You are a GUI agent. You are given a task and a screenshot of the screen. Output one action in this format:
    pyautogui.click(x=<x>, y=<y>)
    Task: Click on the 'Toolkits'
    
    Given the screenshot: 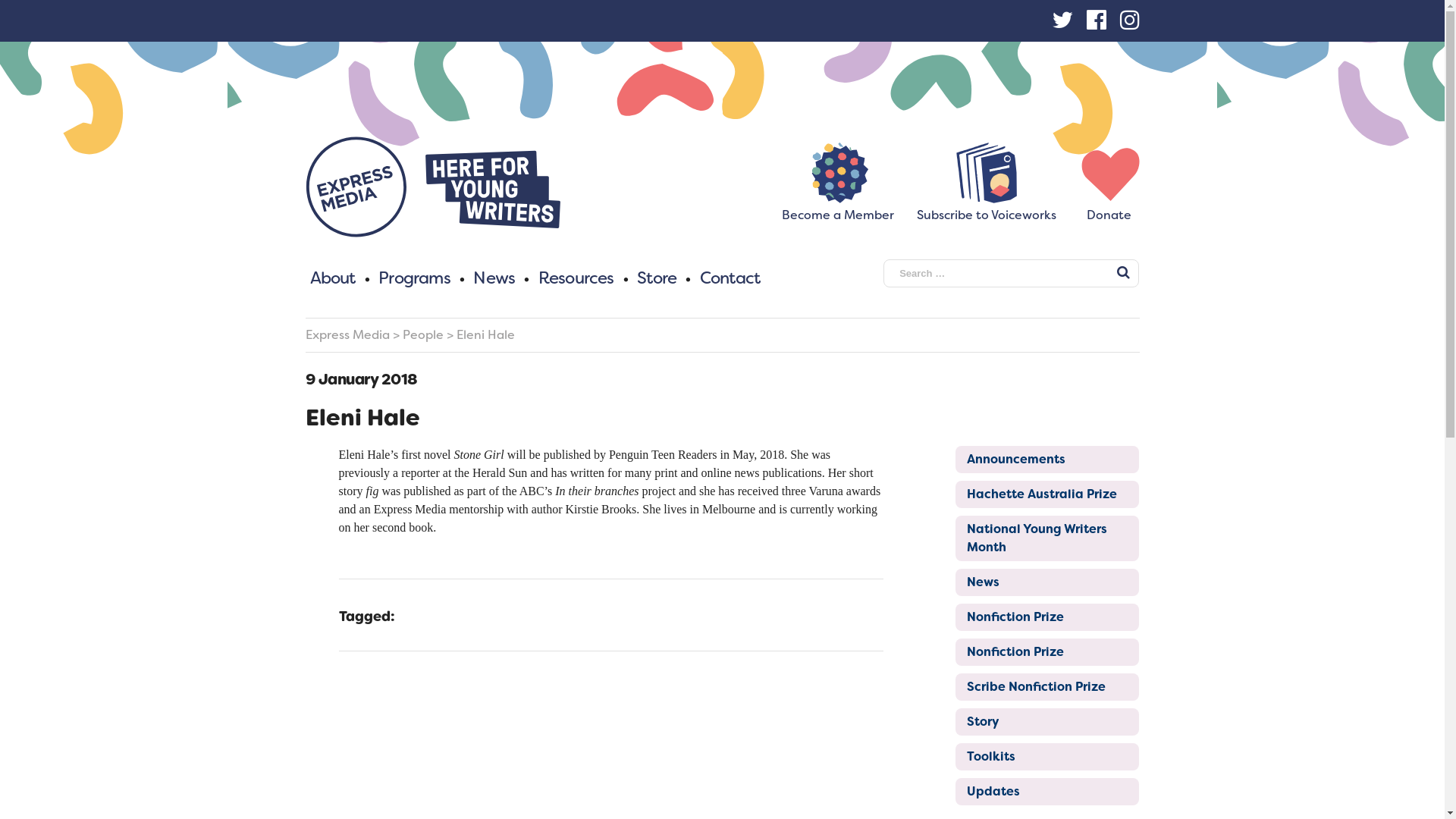 What is the action you would take?
    pyautogui.click(x=954, y=757)
    